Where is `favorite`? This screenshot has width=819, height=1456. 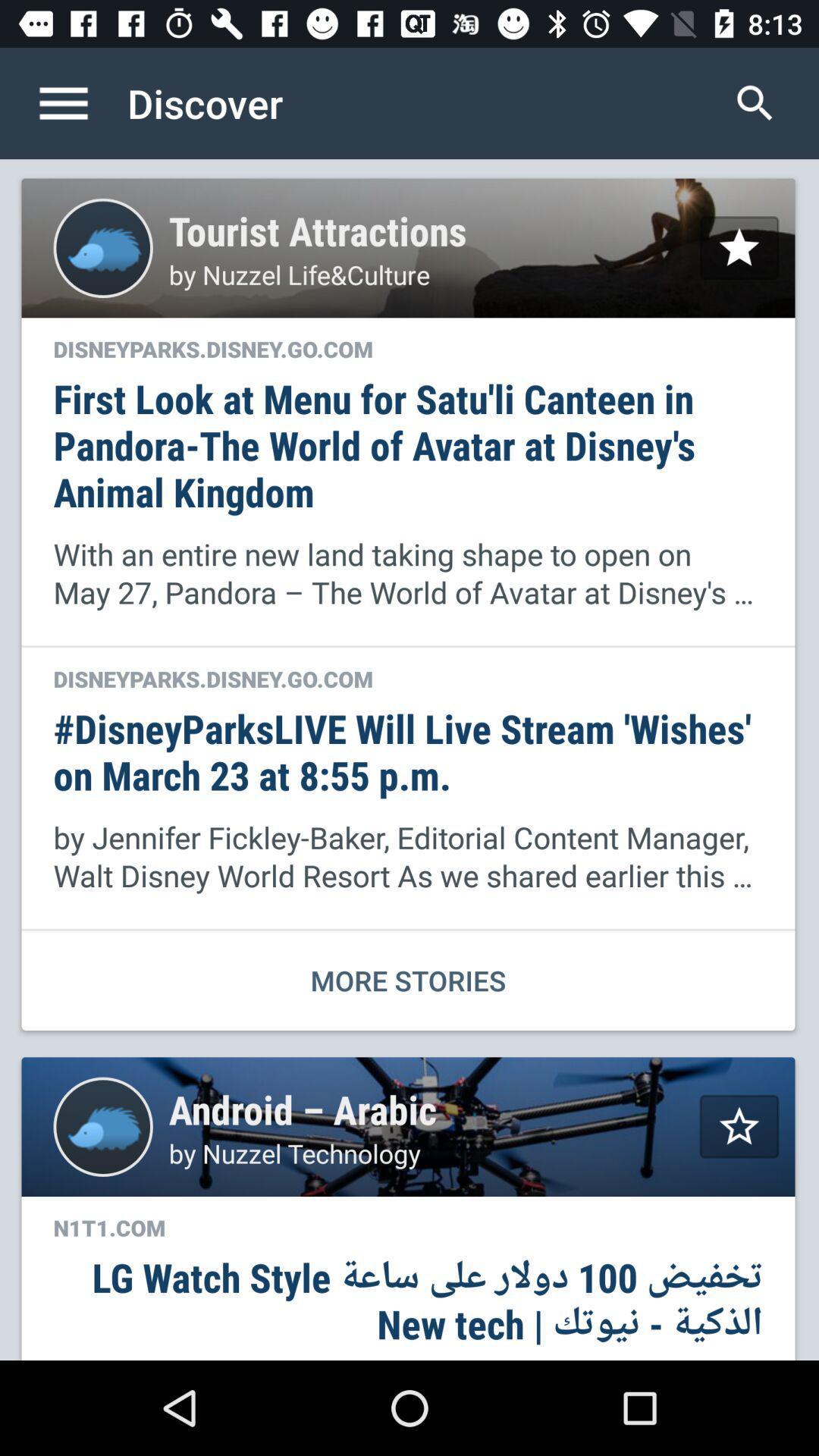
favorite is located at coordinates (739, 1126).